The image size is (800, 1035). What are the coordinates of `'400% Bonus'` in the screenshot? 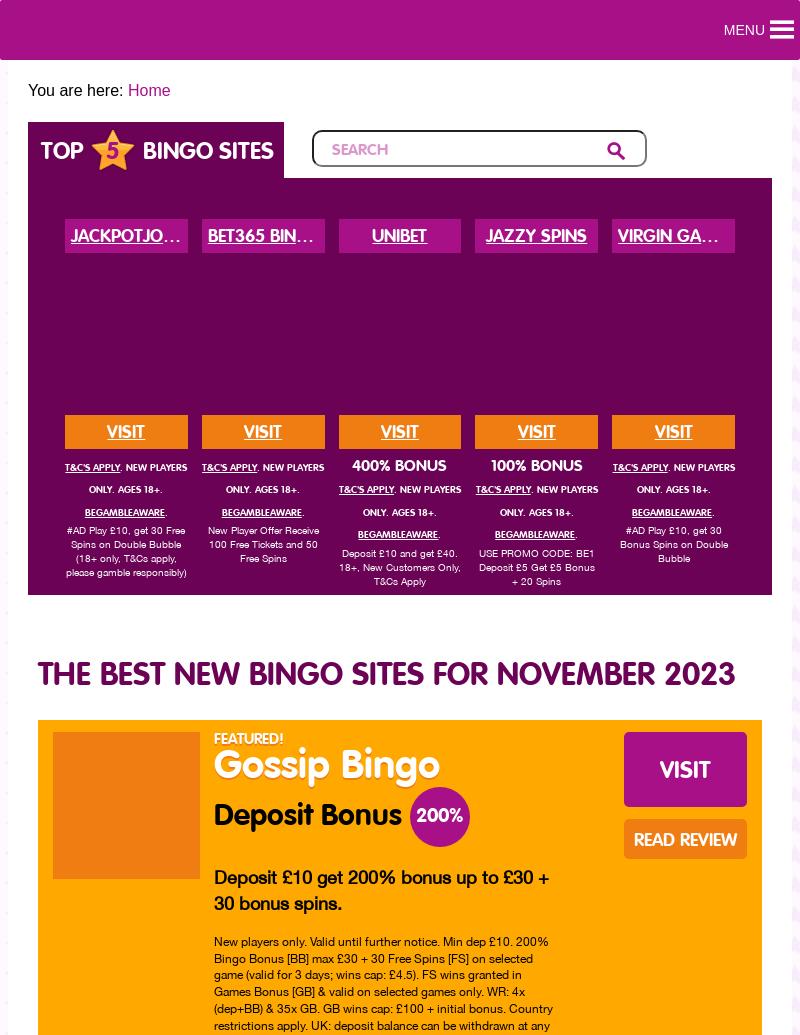 It's located at (398, 466).